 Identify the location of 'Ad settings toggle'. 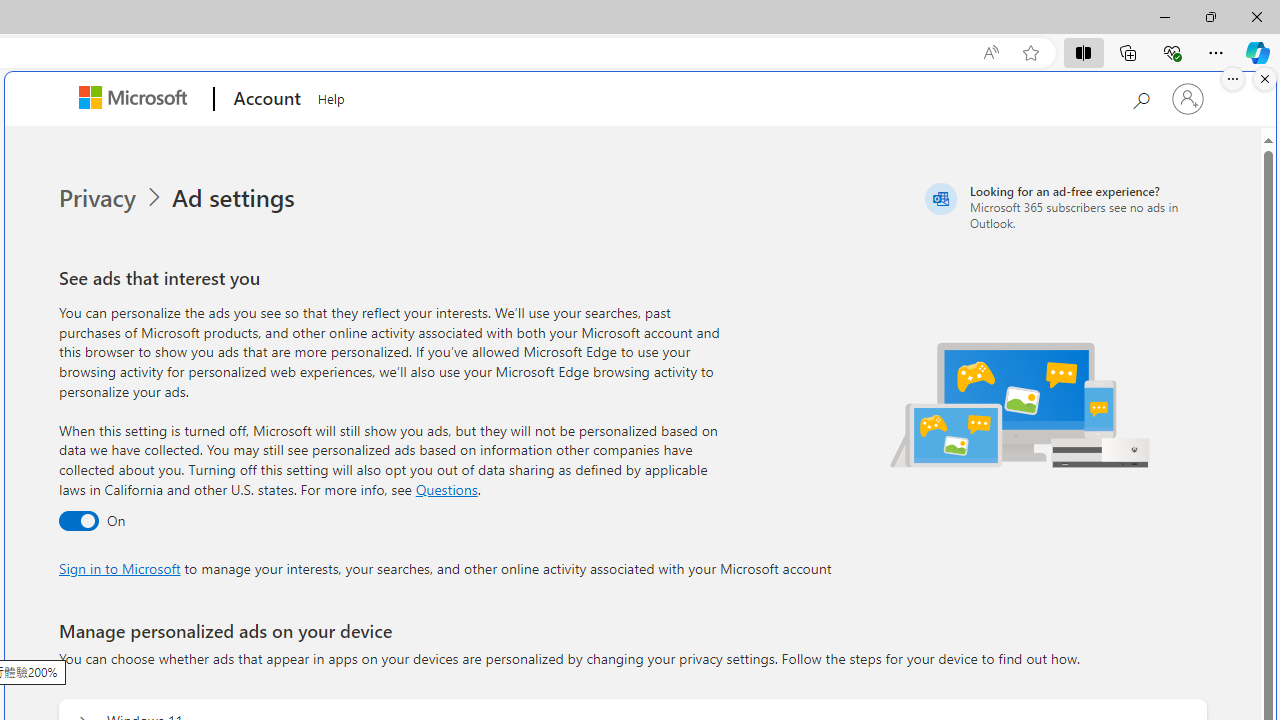
(78, 520).